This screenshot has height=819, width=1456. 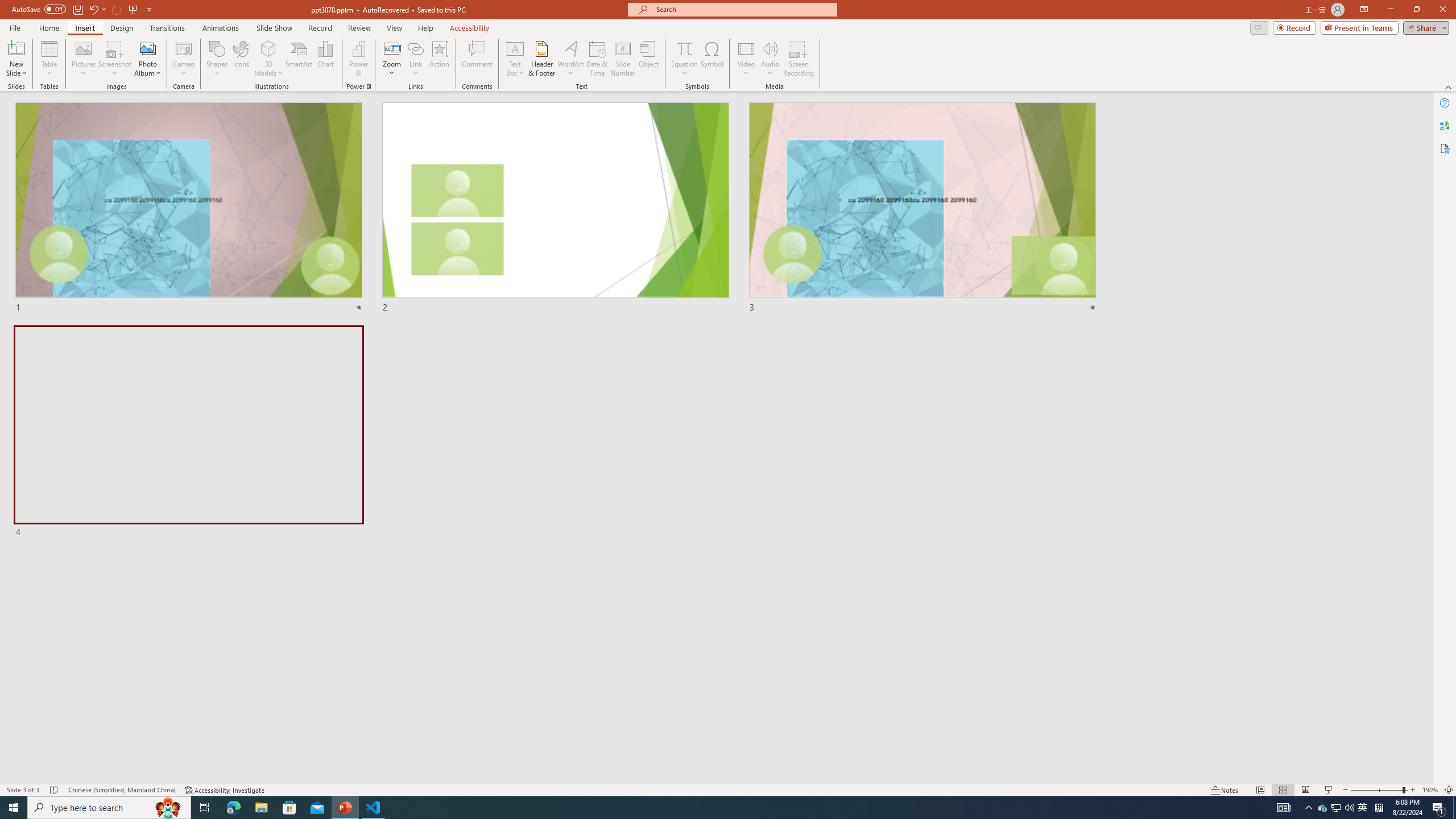 I want to click on 'Review', so click(x=359, y=28).